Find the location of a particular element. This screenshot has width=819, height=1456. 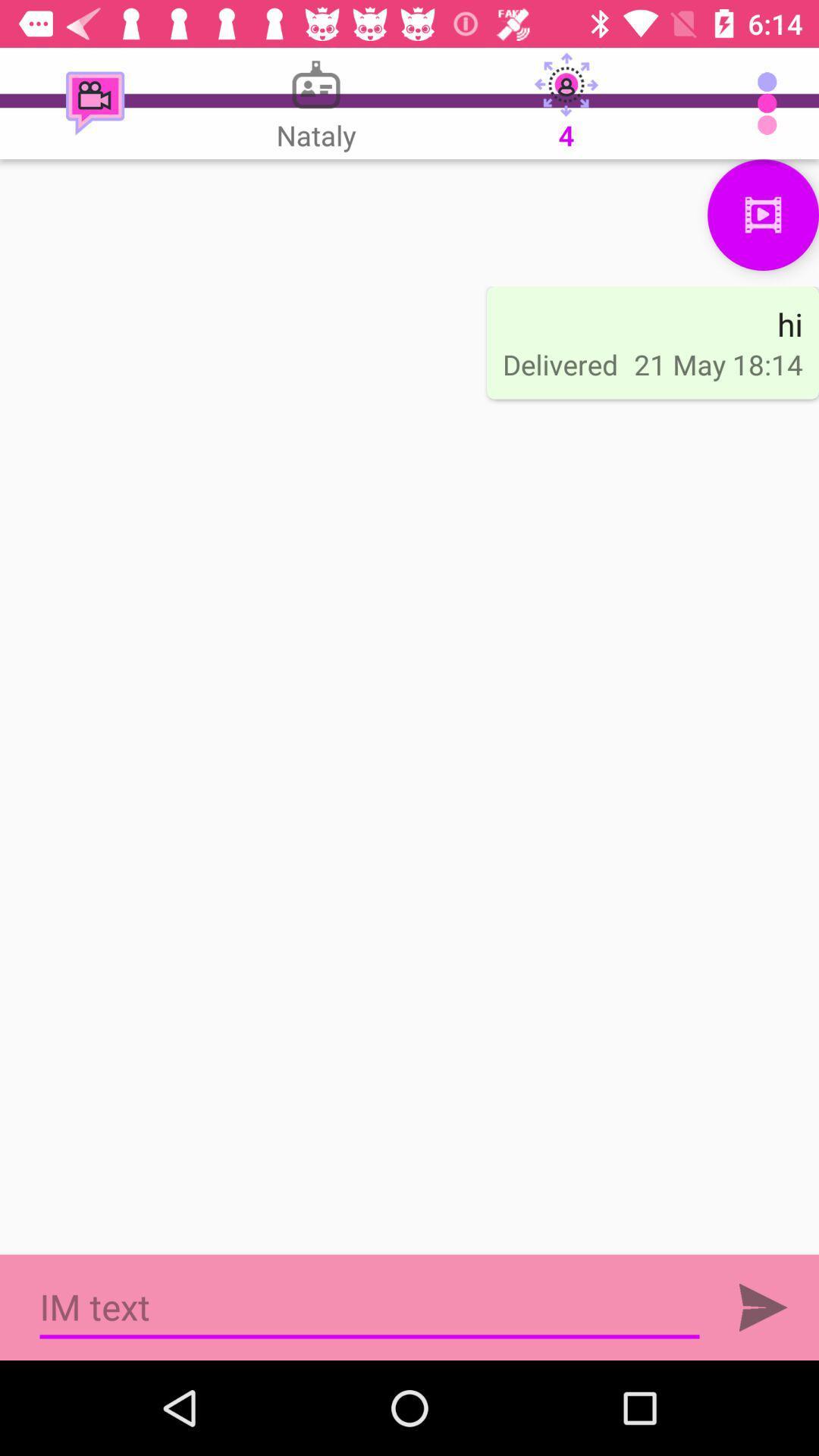

send text is located at coordinates (763, 1307).